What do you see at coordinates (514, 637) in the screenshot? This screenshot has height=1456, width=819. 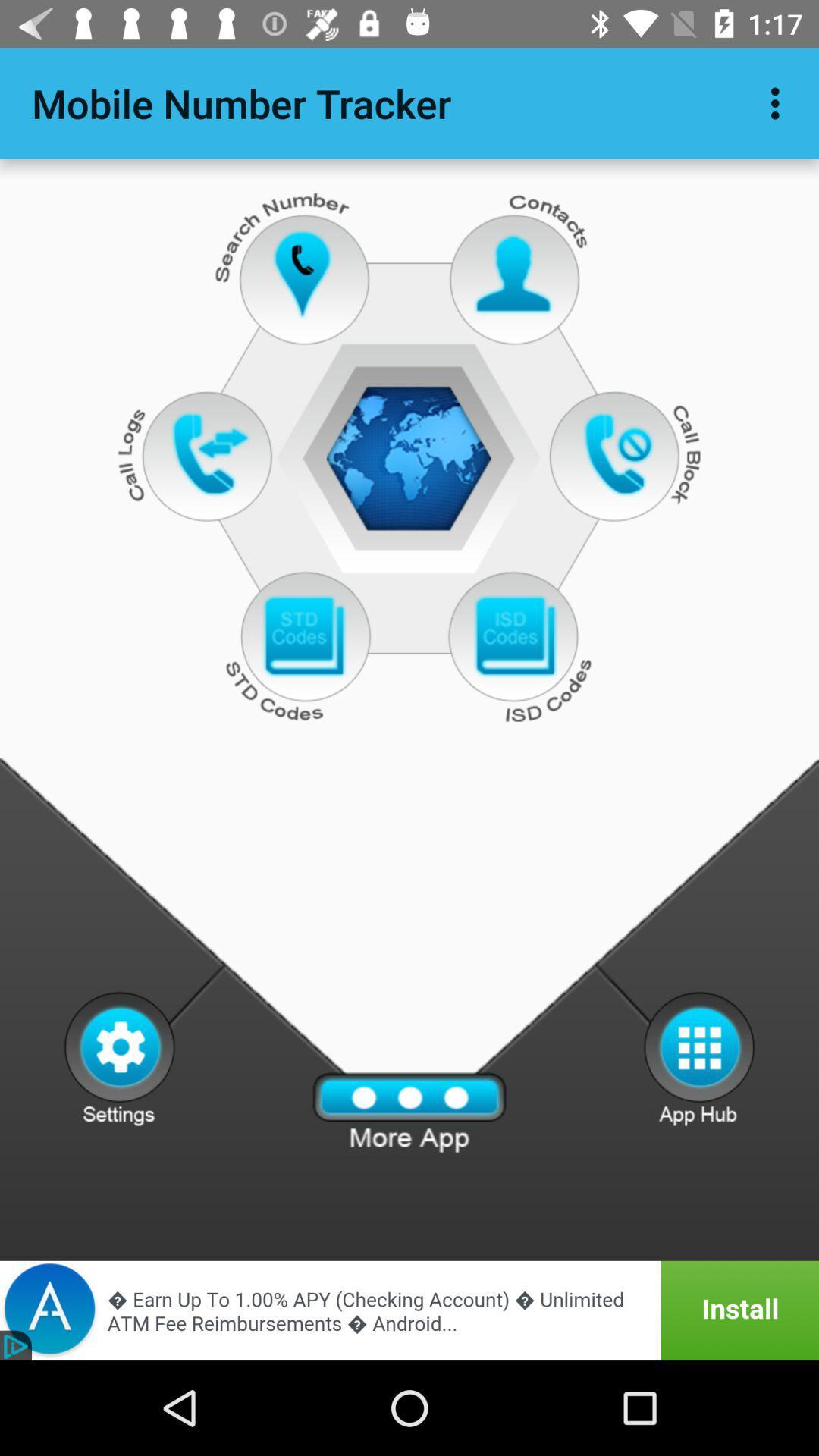 I see `isd codes button` at bounding box center [514, 637].